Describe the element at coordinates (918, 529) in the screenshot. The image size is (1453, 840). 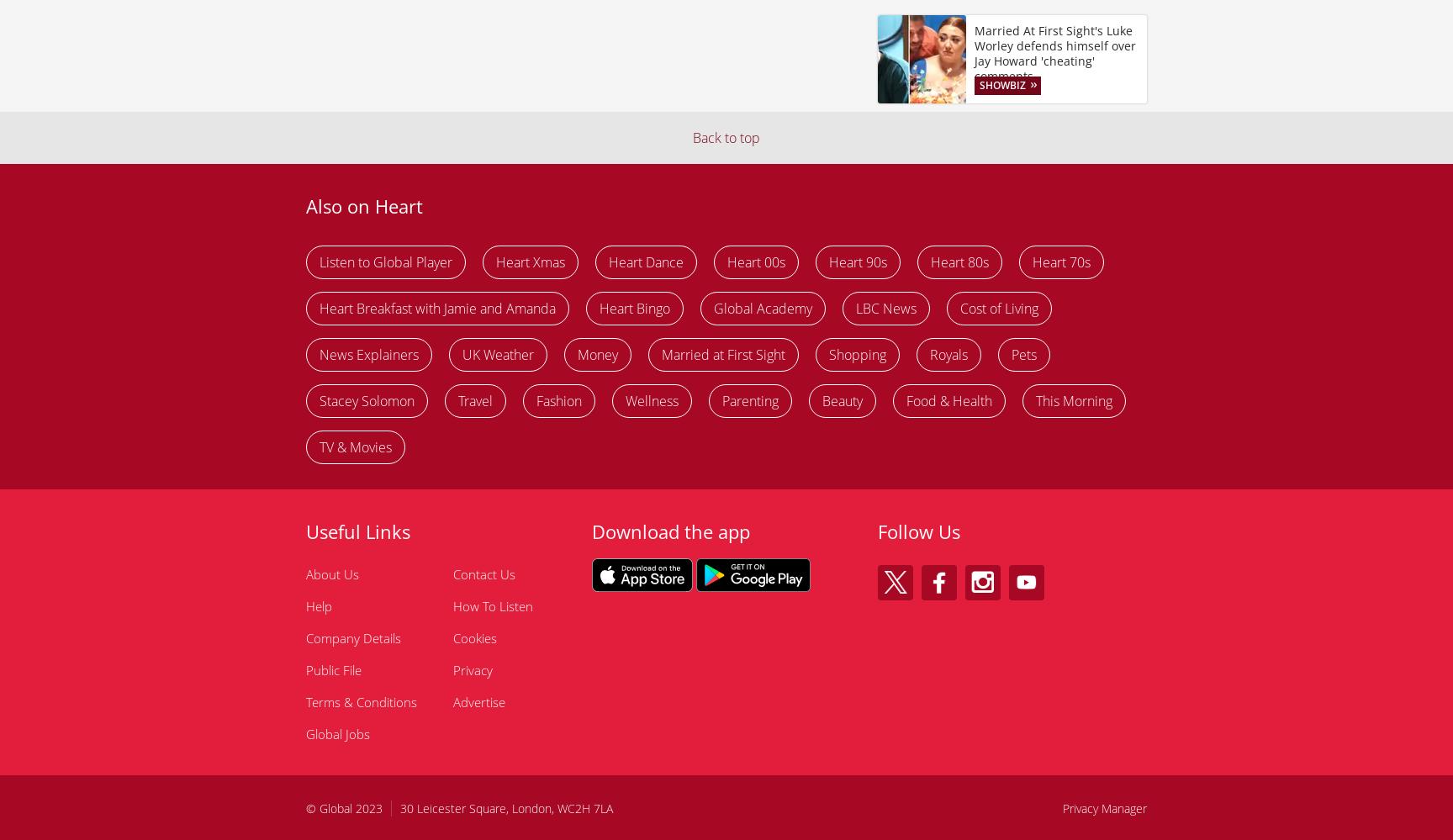
I see `'Follow Us'` at that location.